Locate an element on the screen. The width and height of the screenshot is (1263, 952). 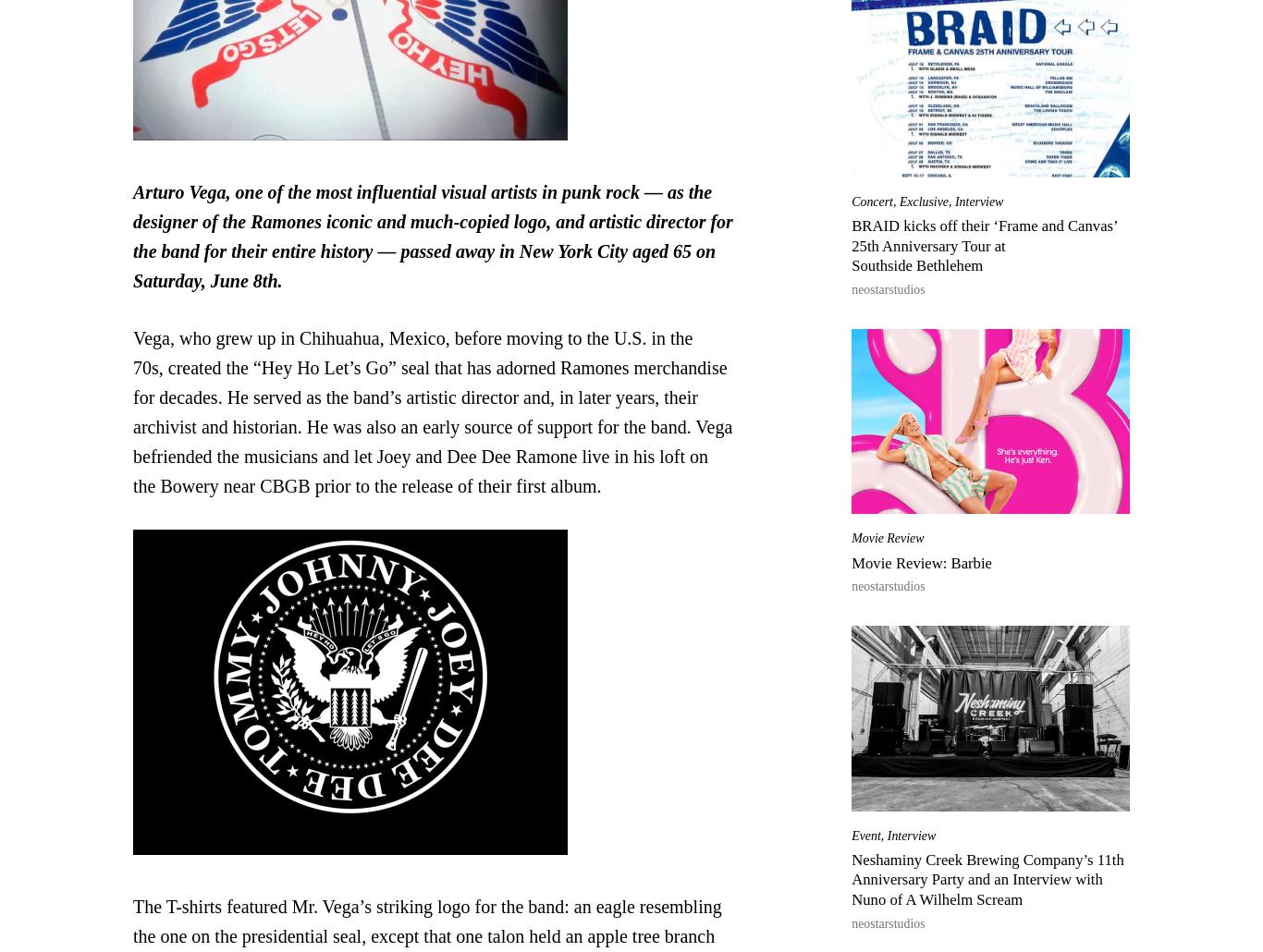
'BRAID kicks off their ‘Frame and Canvas’ 25th Anniversary Tour at Southside Bethlehem' is located at coordinates (983, 245).